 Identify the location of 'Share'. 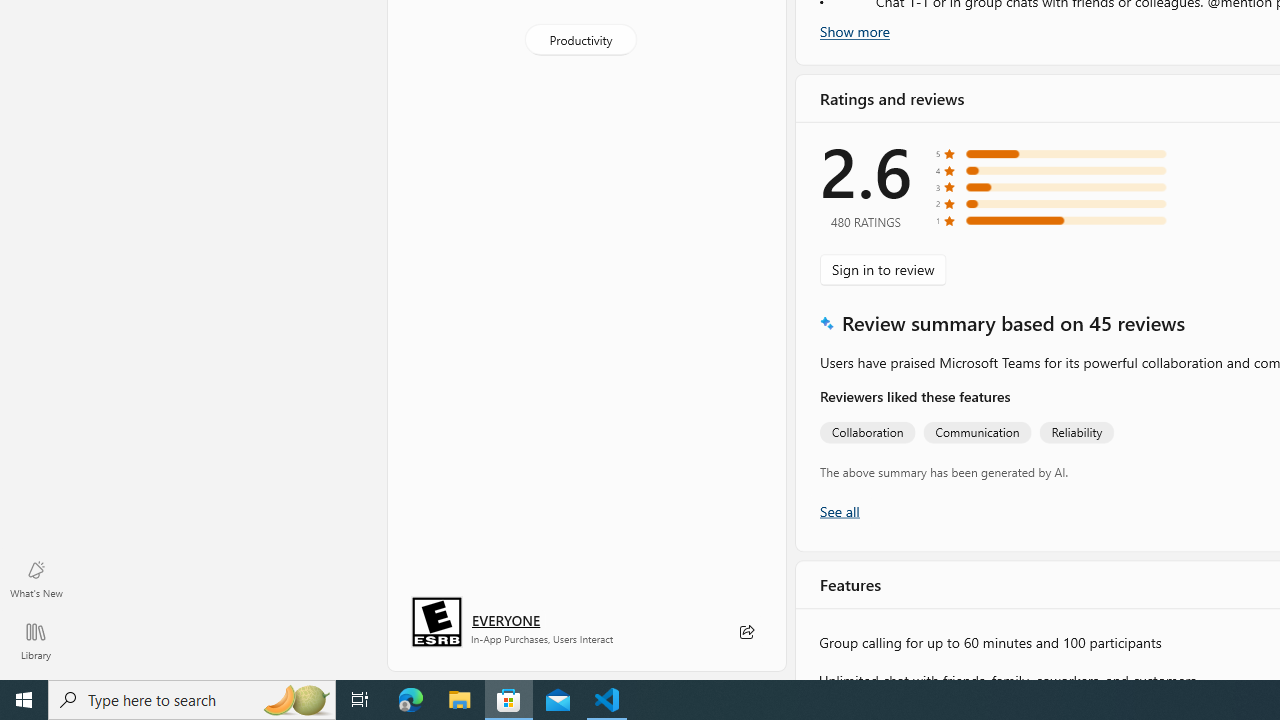
(745, 632).